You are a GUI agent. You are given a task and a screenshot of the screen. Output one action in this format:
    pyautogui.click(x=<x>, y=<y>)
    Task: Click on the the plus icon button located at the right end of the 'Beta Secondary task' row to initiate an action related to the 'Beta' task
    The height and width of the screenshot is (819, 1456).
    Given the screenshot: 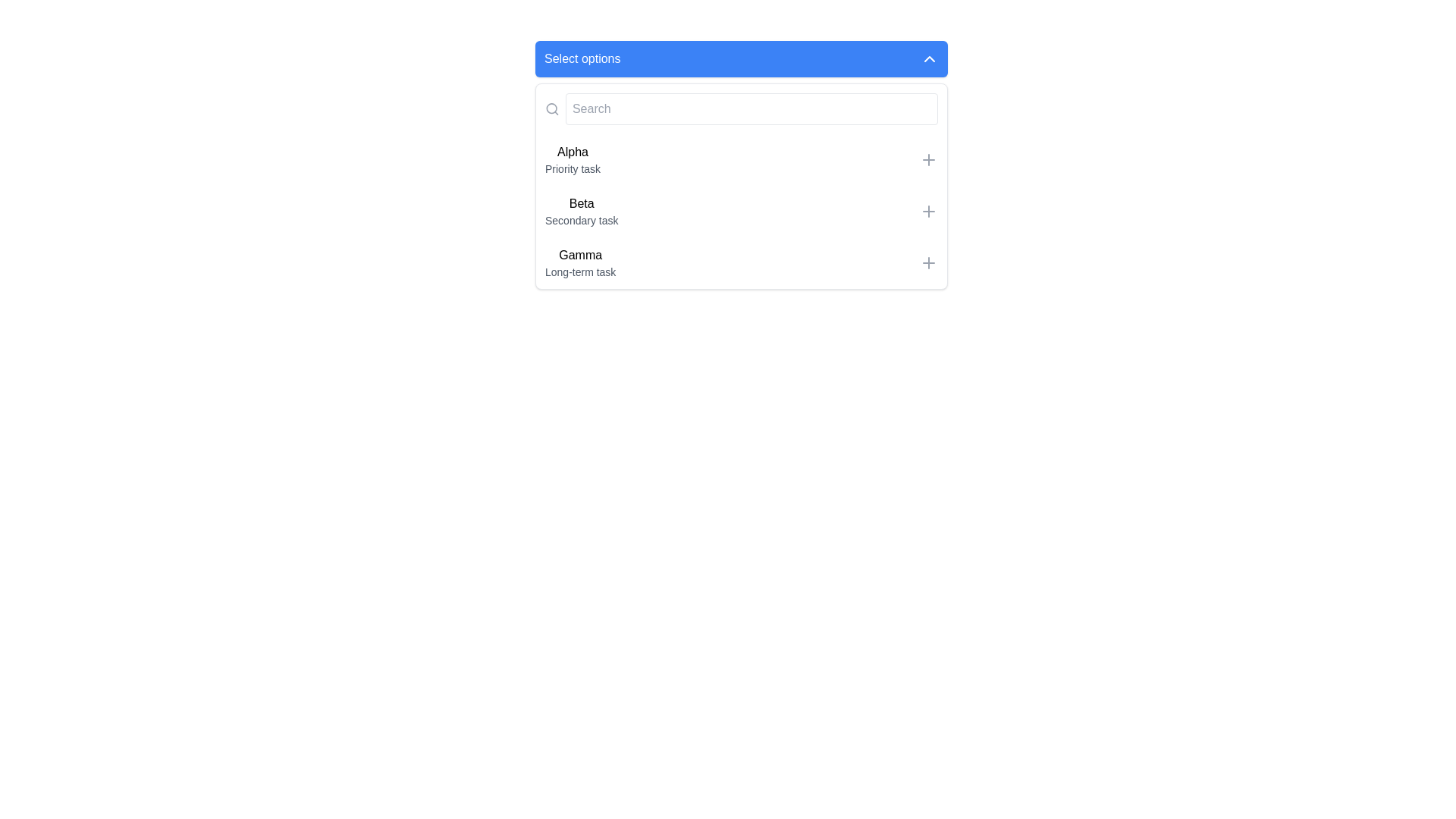 What is the action you would take?
    pyautogui.click(x=927, y=211)
    